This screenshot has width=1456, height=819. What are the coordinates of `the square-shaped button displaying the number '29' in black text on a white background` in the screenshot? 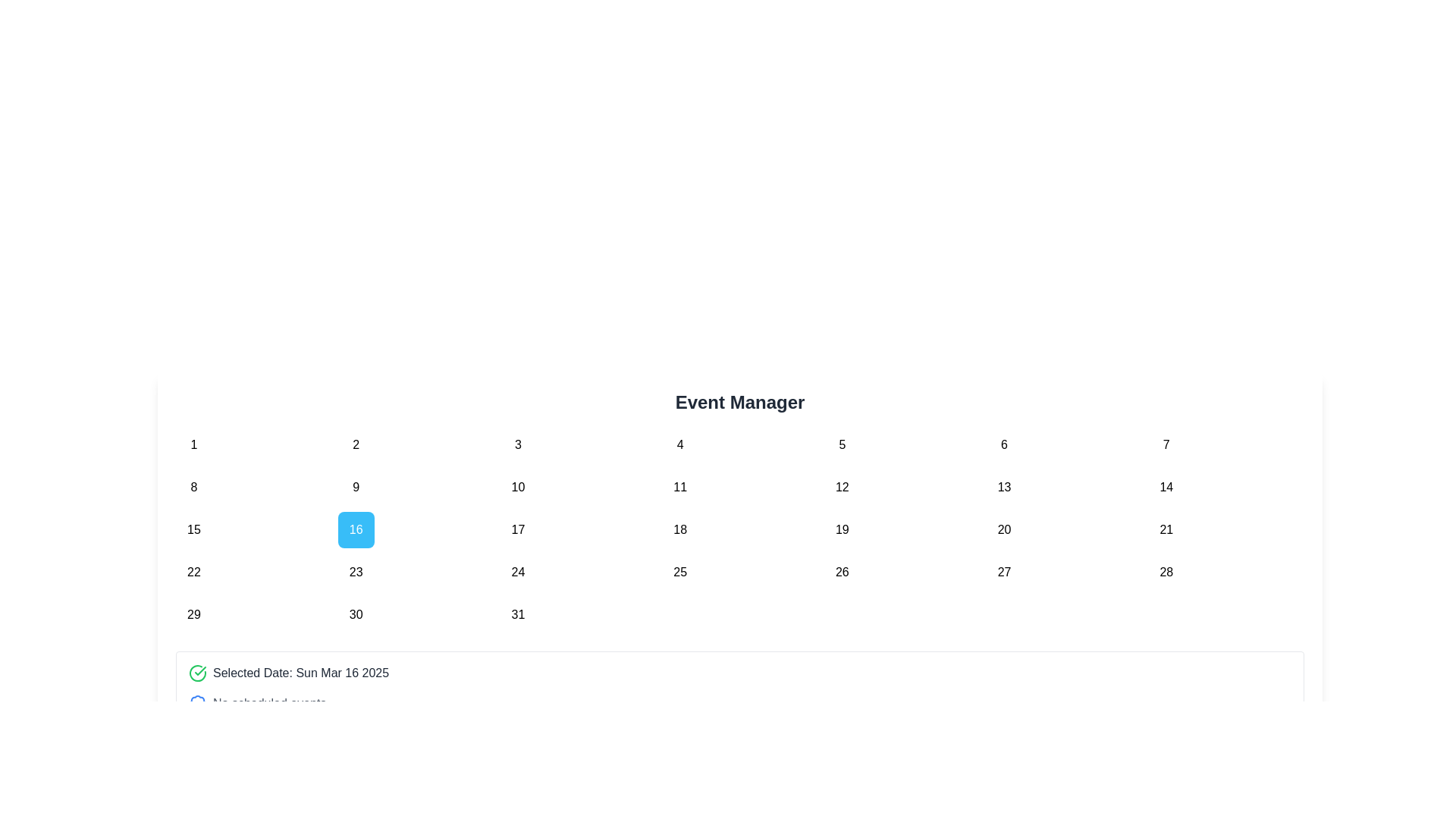 It's located at (193, 614).